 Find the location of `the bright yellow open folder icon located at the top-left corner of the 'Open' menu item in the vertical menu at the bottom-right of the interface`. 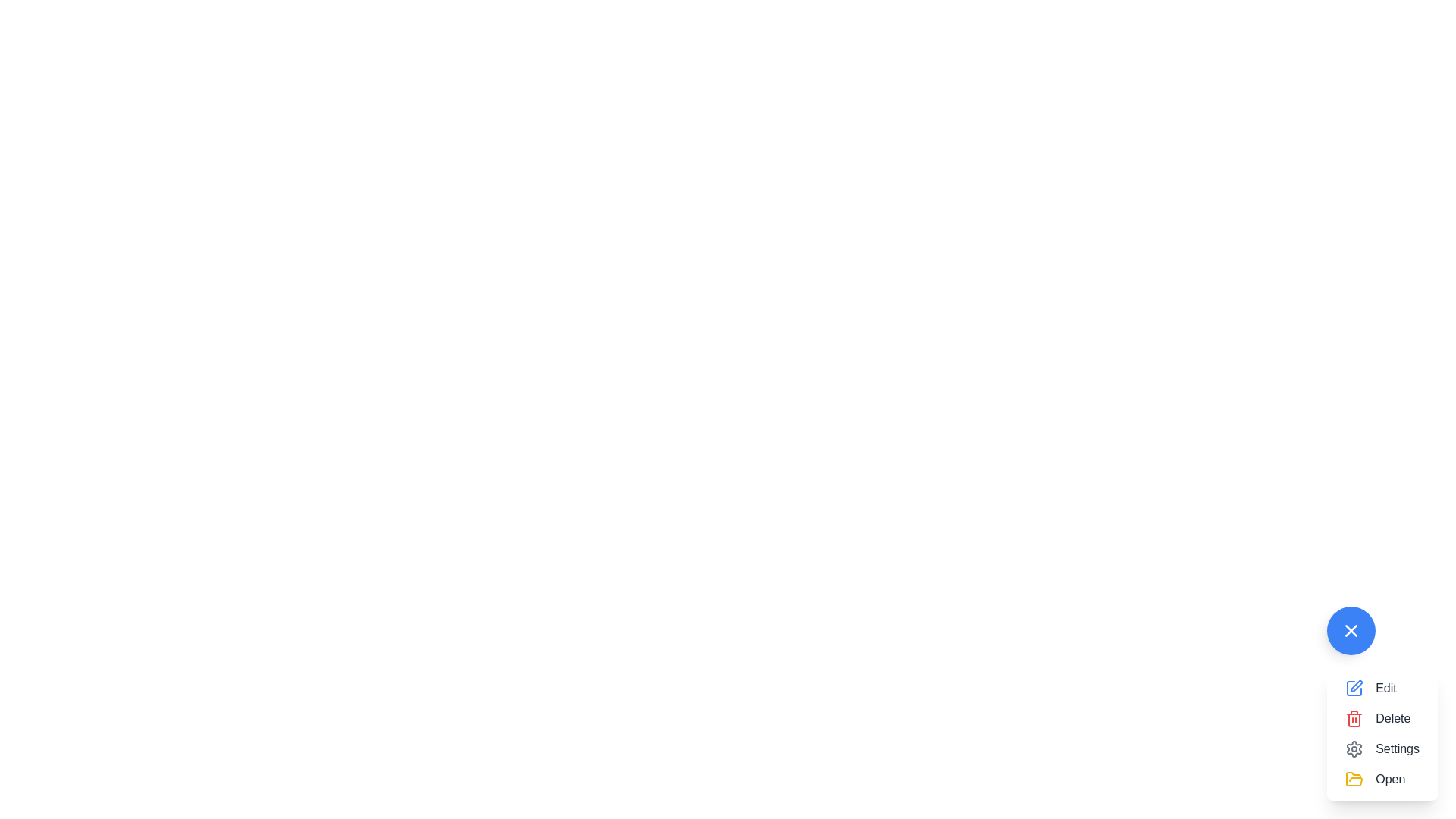

the bright yellow open folder icon located at the top-left corner of the 'Open' menu item in the vertical menu at the bottom-right of the interface is located at coordinates (1354, 780).